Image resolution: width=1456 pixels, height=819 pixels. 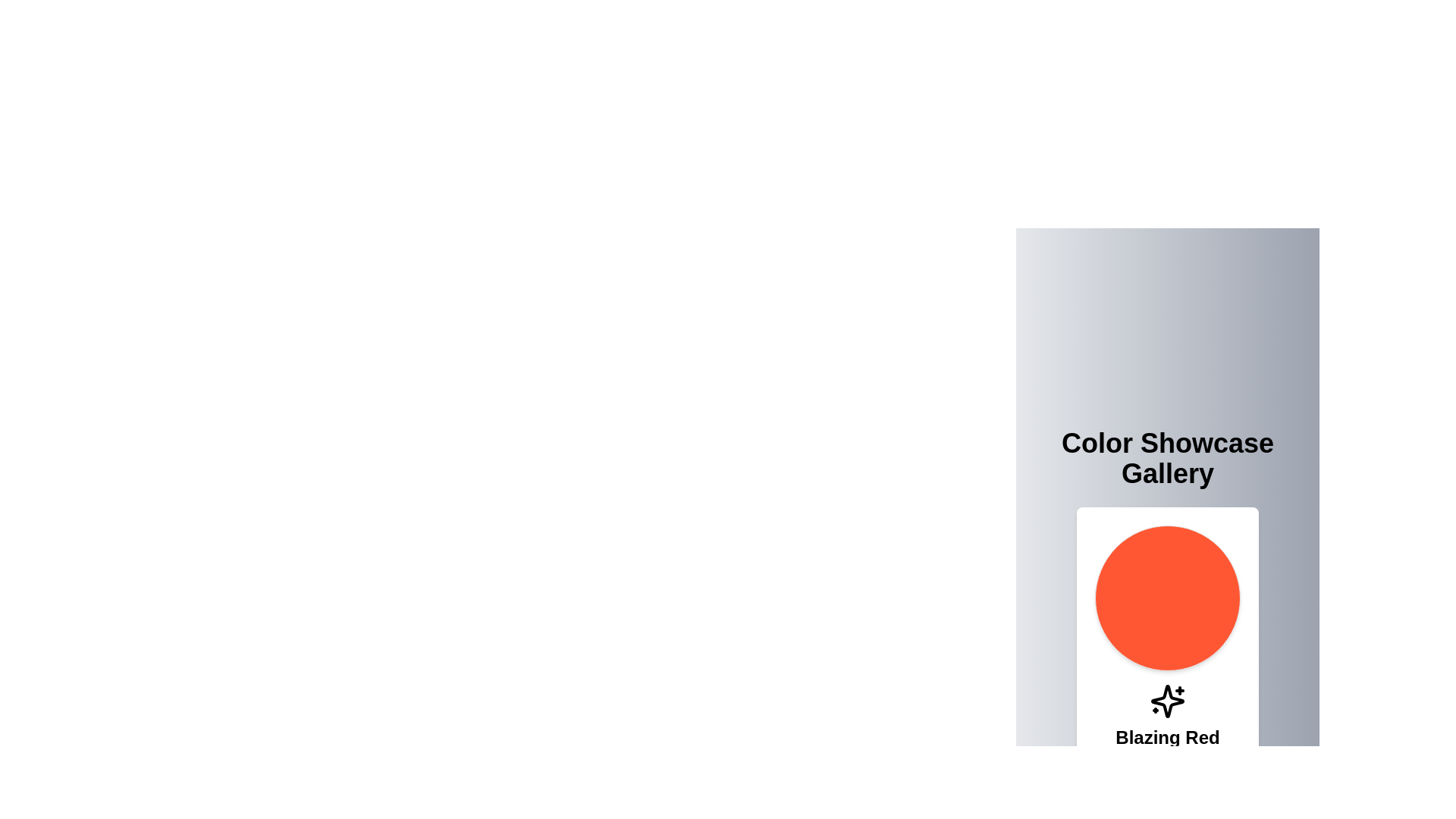 I want to click on the static text element labeled 'Color Showcase Gallery', which is prominently displayed in bold black font at the top of the viewport, so click(x=1167, y=458).